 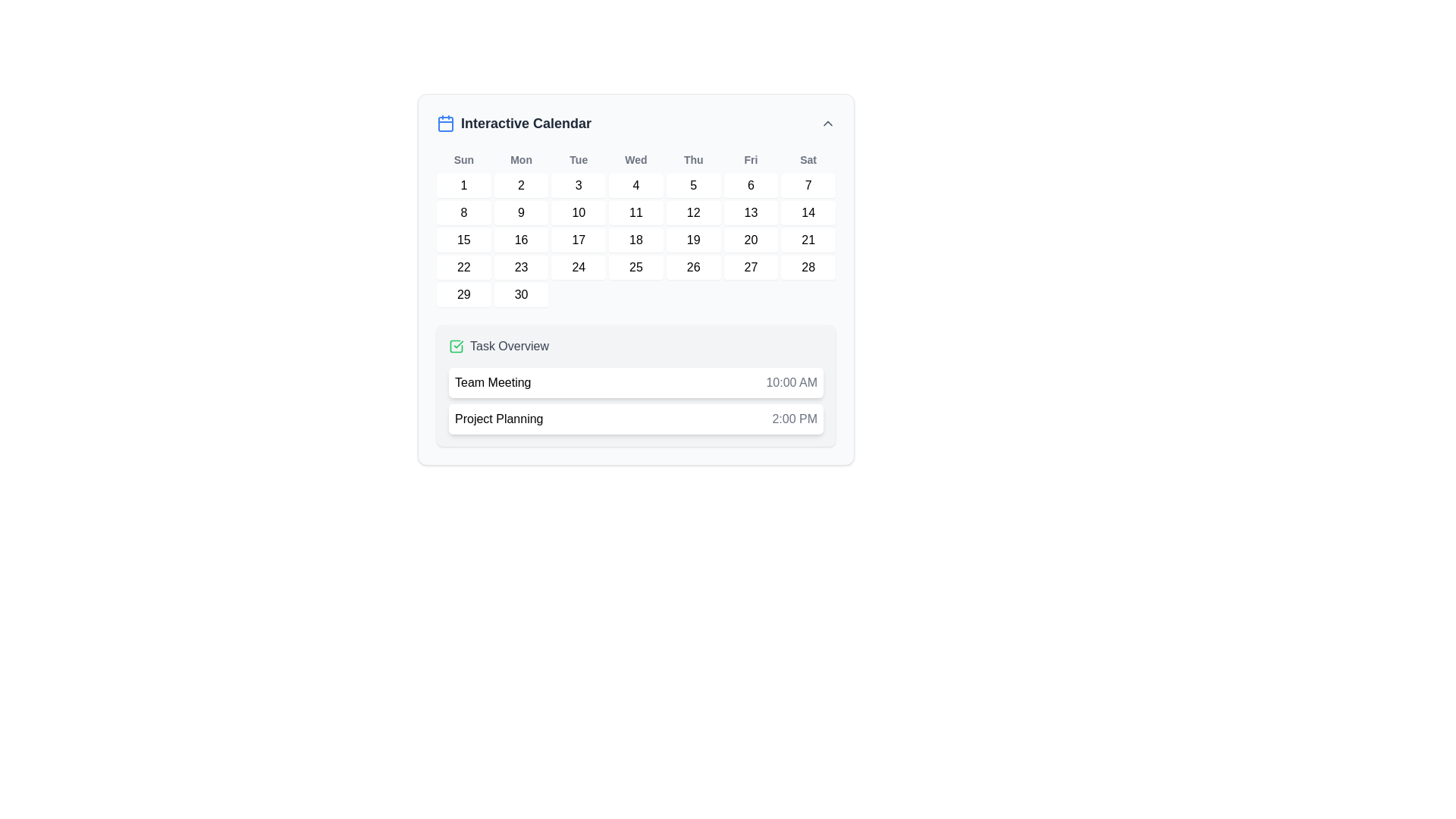 I want to click on the small square button displaying the text '29' located in the bottom-left corner of the calendar grid, so click(x=463, y=295).